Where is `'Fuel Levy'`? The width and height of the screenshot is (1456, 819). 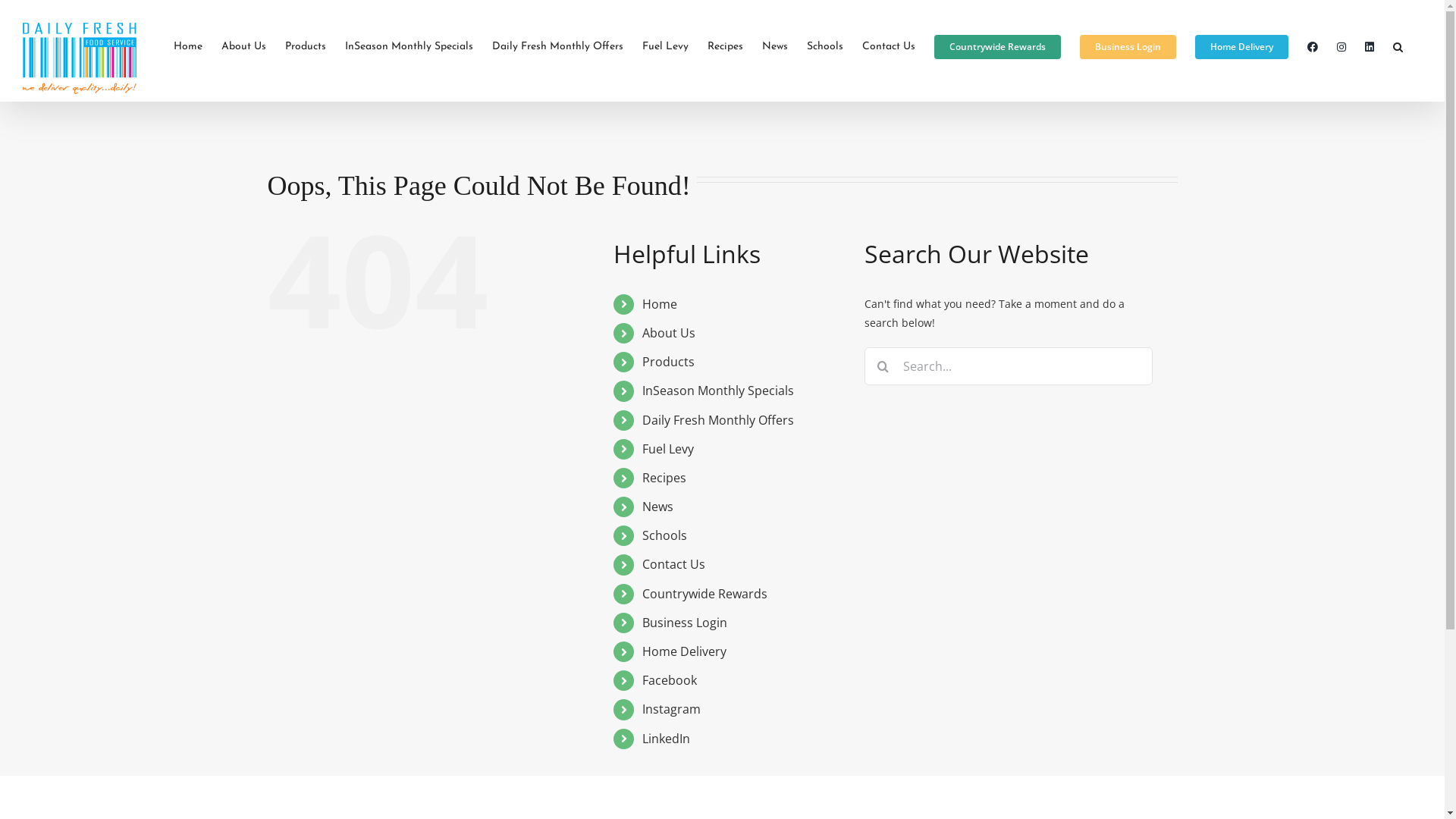
'Fuel Levy' is located at coordinates (667, 447).